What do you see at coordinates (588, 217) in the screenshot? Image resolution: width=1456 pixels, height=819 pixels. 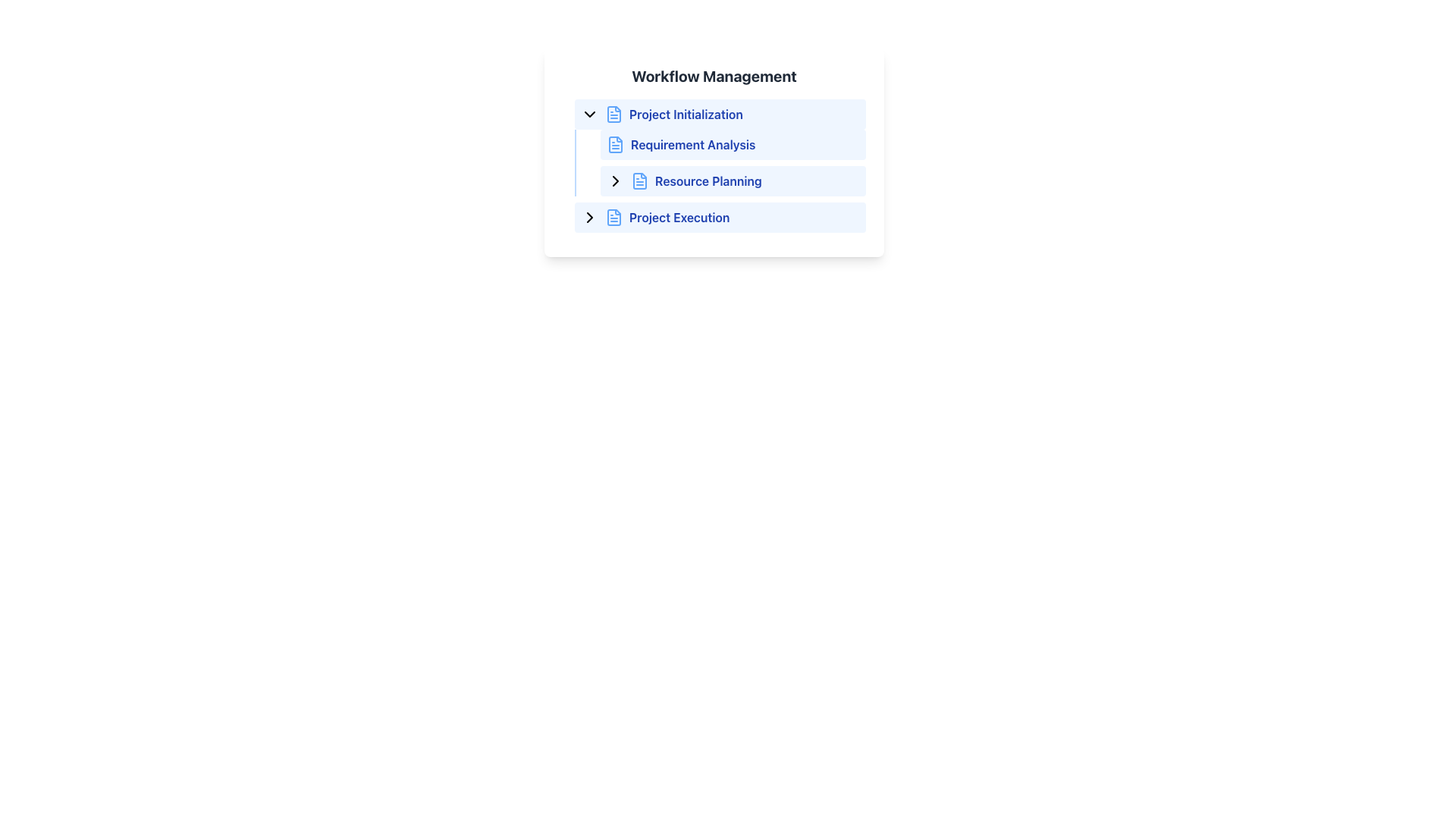 I see `the rightward-pointing chevron icon with a black stroke color located within the 'Project Execution' list item` at bounding box center [588, 217].